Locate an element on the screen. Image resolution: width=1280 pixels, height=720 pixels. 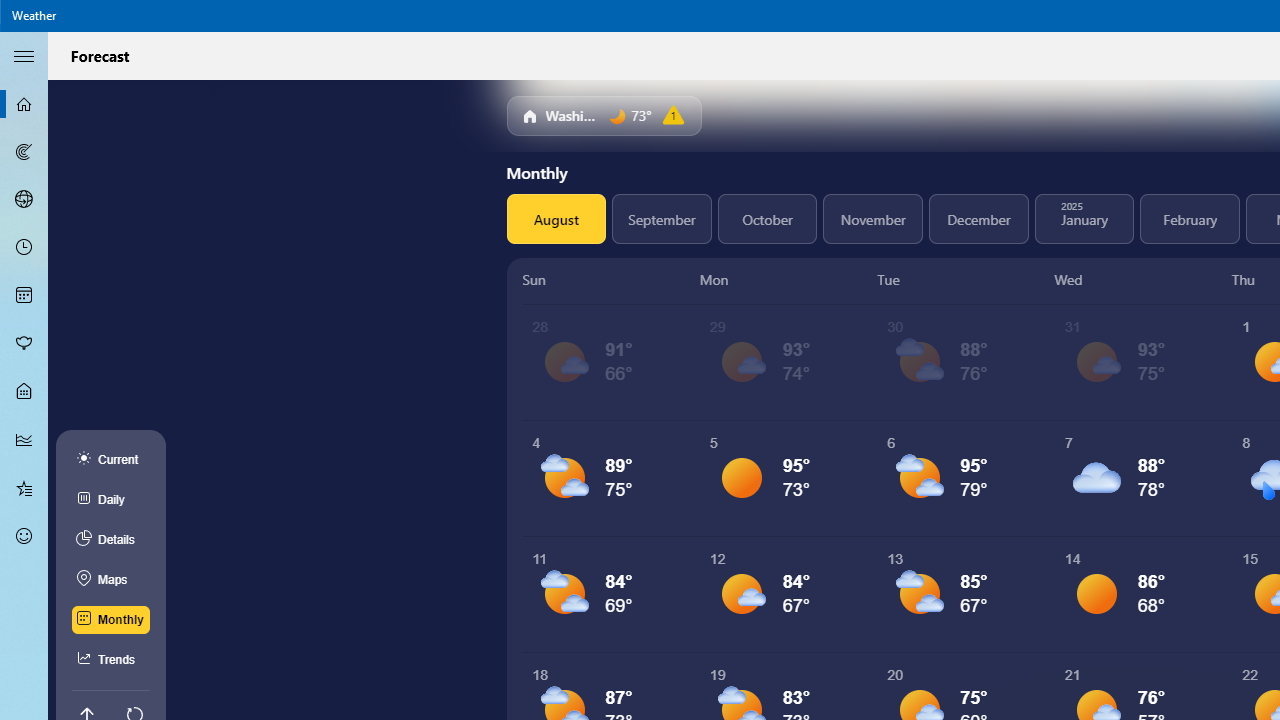
'Life - Not Selected' is located at coordinates (24, 392).